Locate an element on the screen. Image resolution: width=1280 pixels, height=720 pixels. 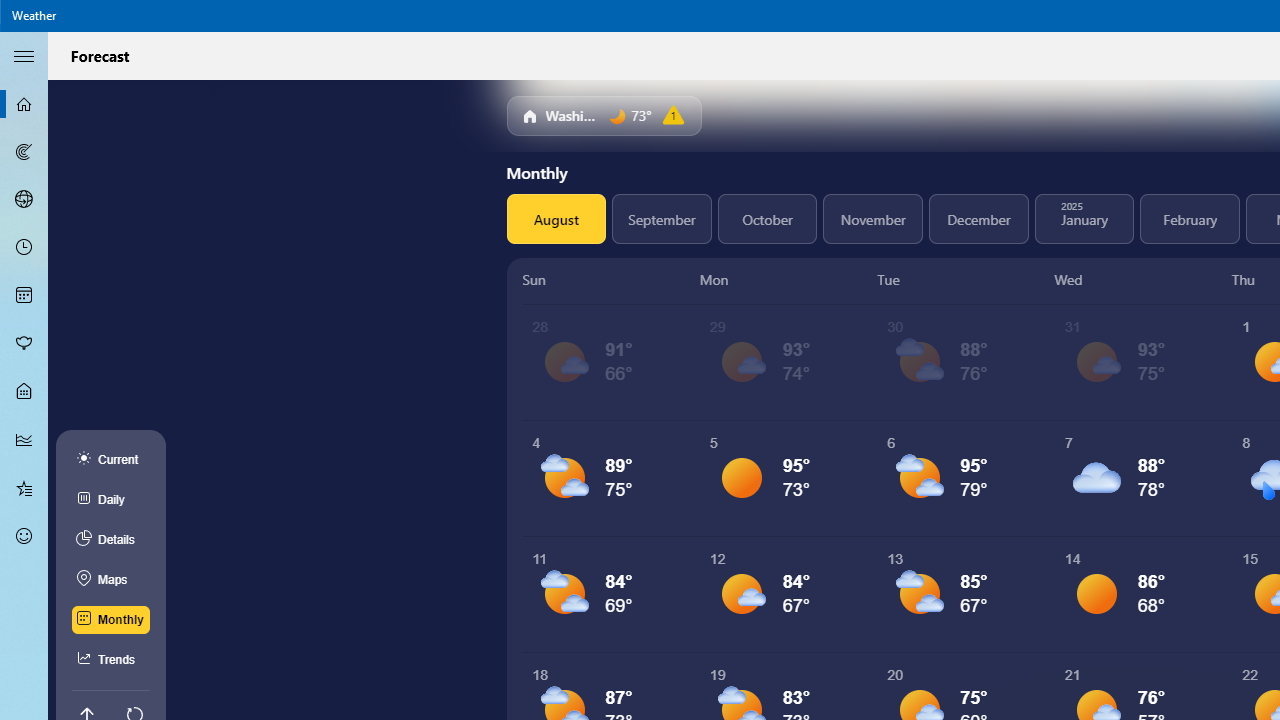
'Life - Not Selected' is located at coordinates (24, 392).